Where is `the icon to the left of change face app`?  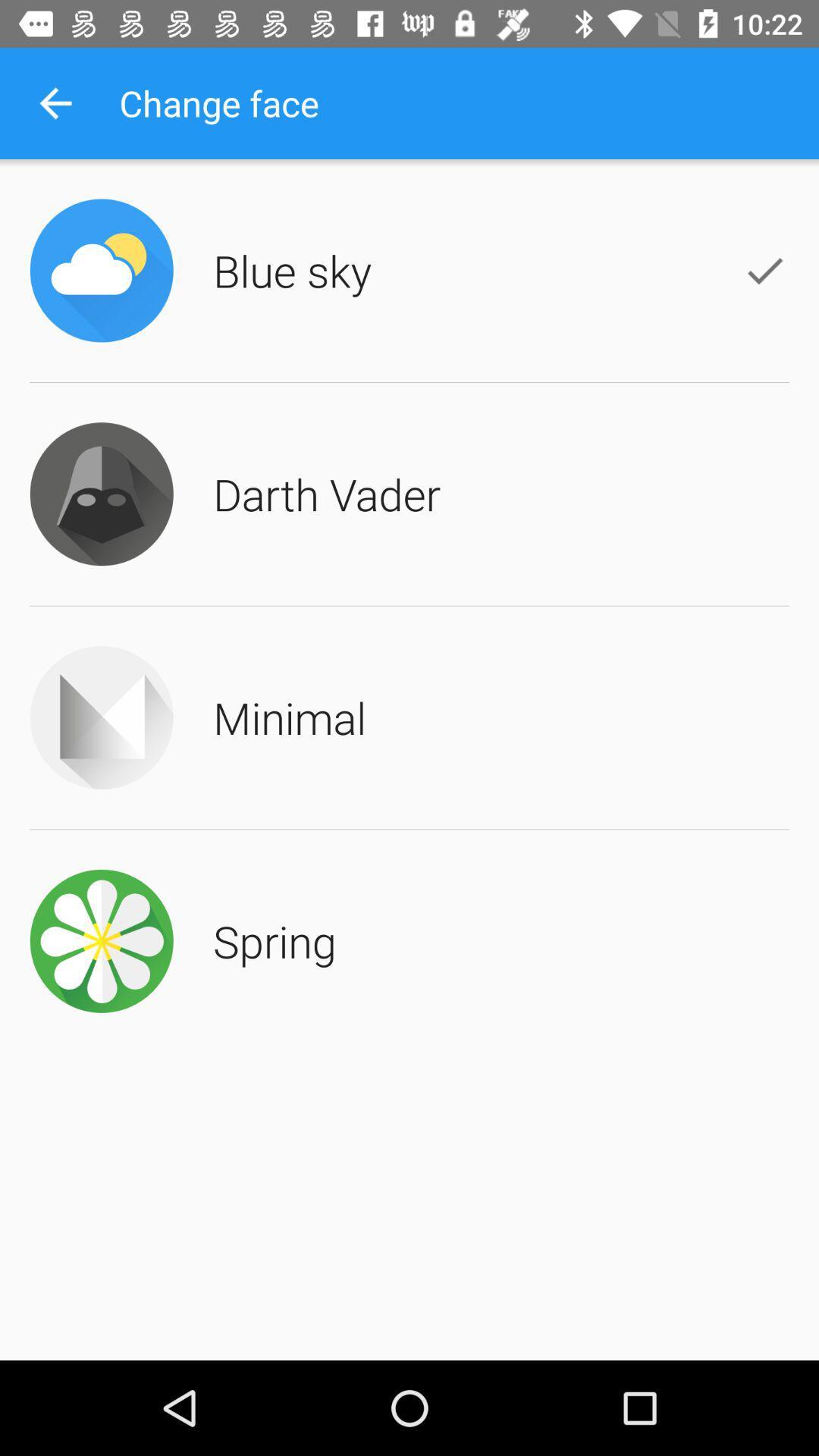 the icon to the left of change face app is located at coordinates (55, 102).